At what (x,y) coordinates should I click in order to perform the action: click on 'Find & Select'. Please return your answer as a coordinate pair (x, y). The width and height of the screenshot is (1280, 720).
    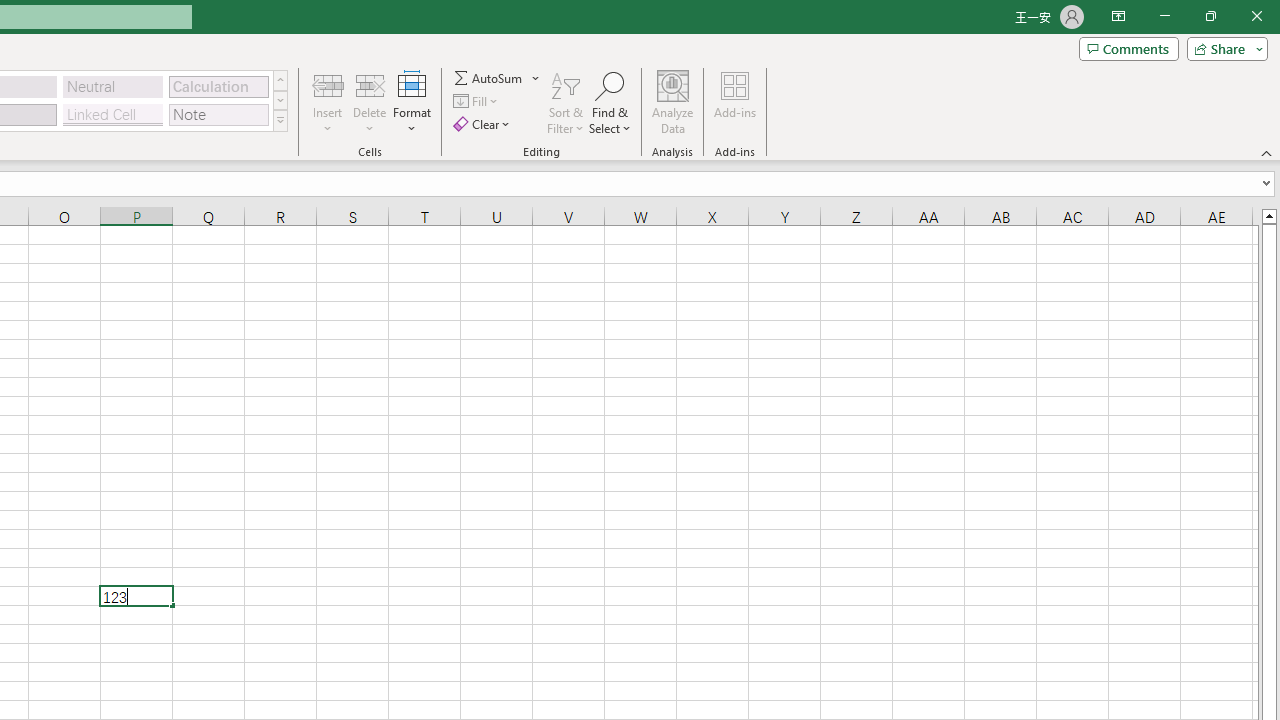
    Looking at the image, I should click on (609, 103).